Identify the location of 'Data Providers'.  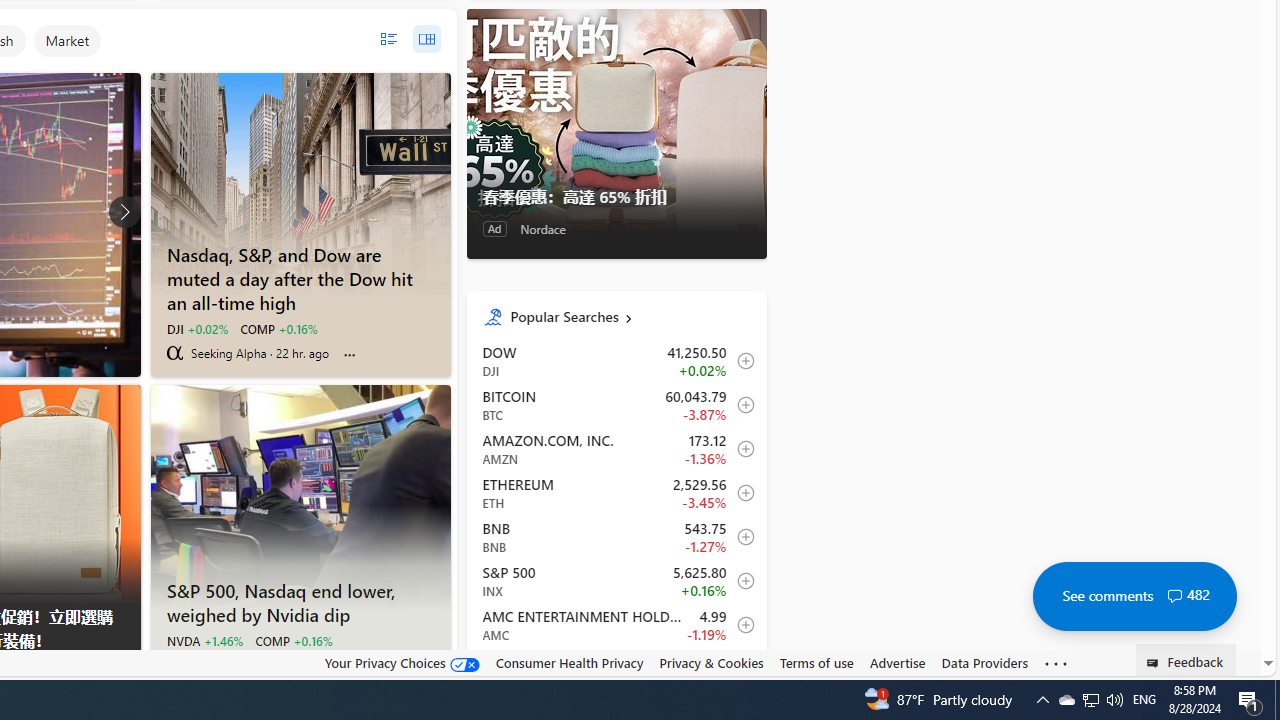
(984, 662).